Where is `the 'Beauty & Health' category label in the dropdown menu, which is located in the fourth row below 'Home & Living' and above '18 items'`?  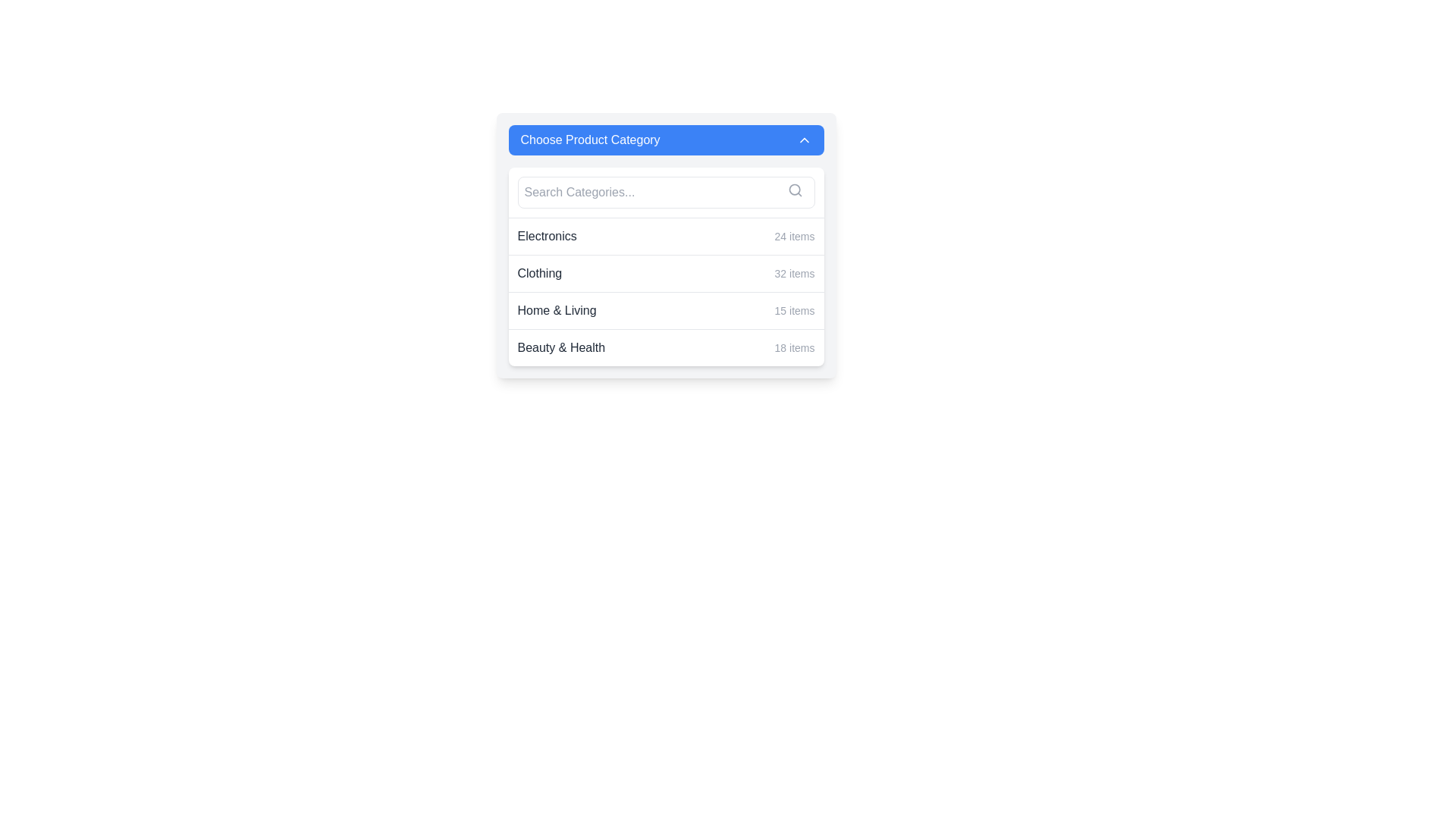
the 'Beauty & Health' category label in the dropdown menu, which is located in the fourth row below 'Home & Living' and above '18 items' is located at coordinates (560, 348).